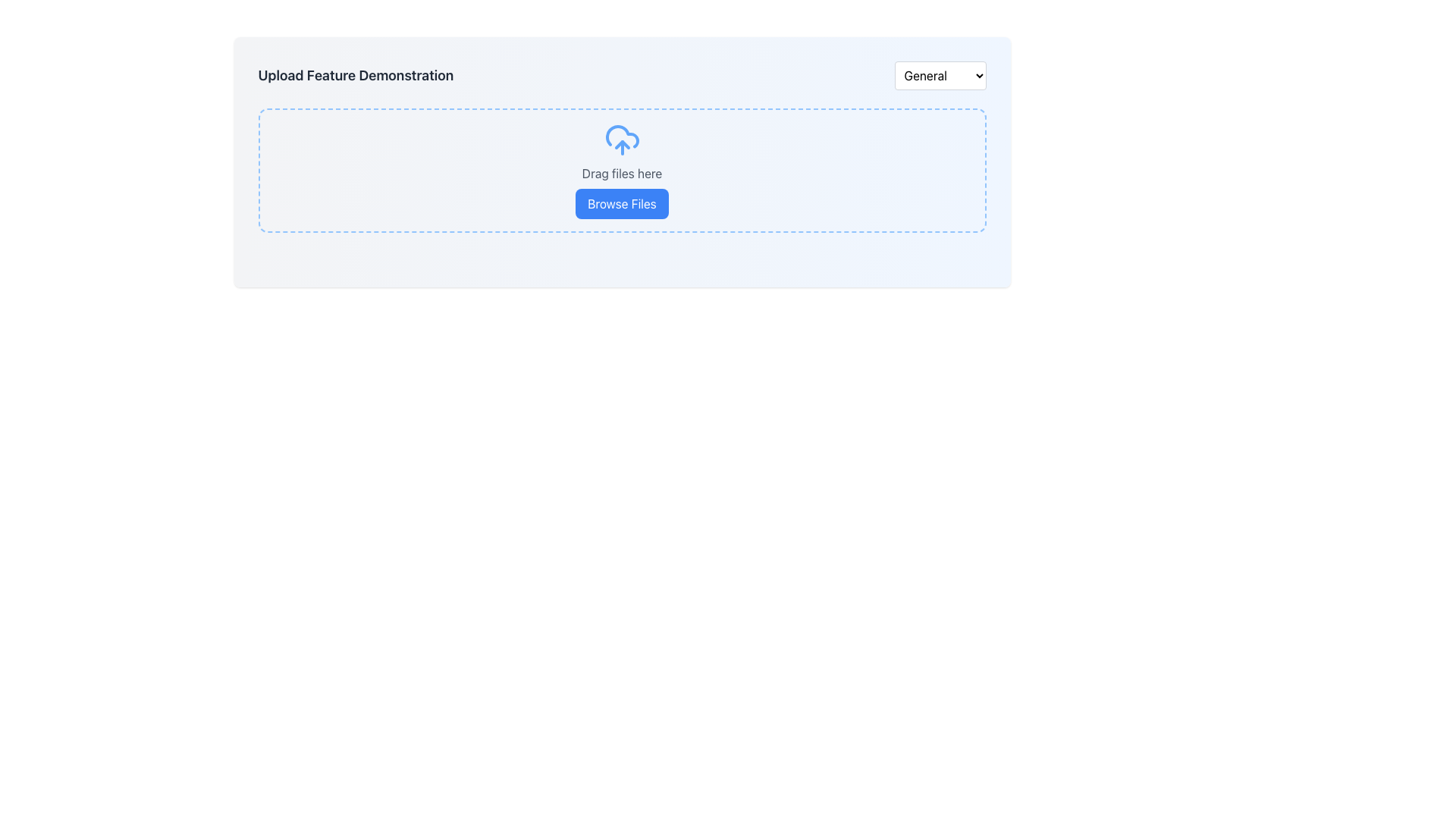  Describe the element at coordinates (622, 140) in the screenshot. I see `the cloud upload icon, which is styled in light blue and features a cloud outline with an upward-pointing arrow` at that location.